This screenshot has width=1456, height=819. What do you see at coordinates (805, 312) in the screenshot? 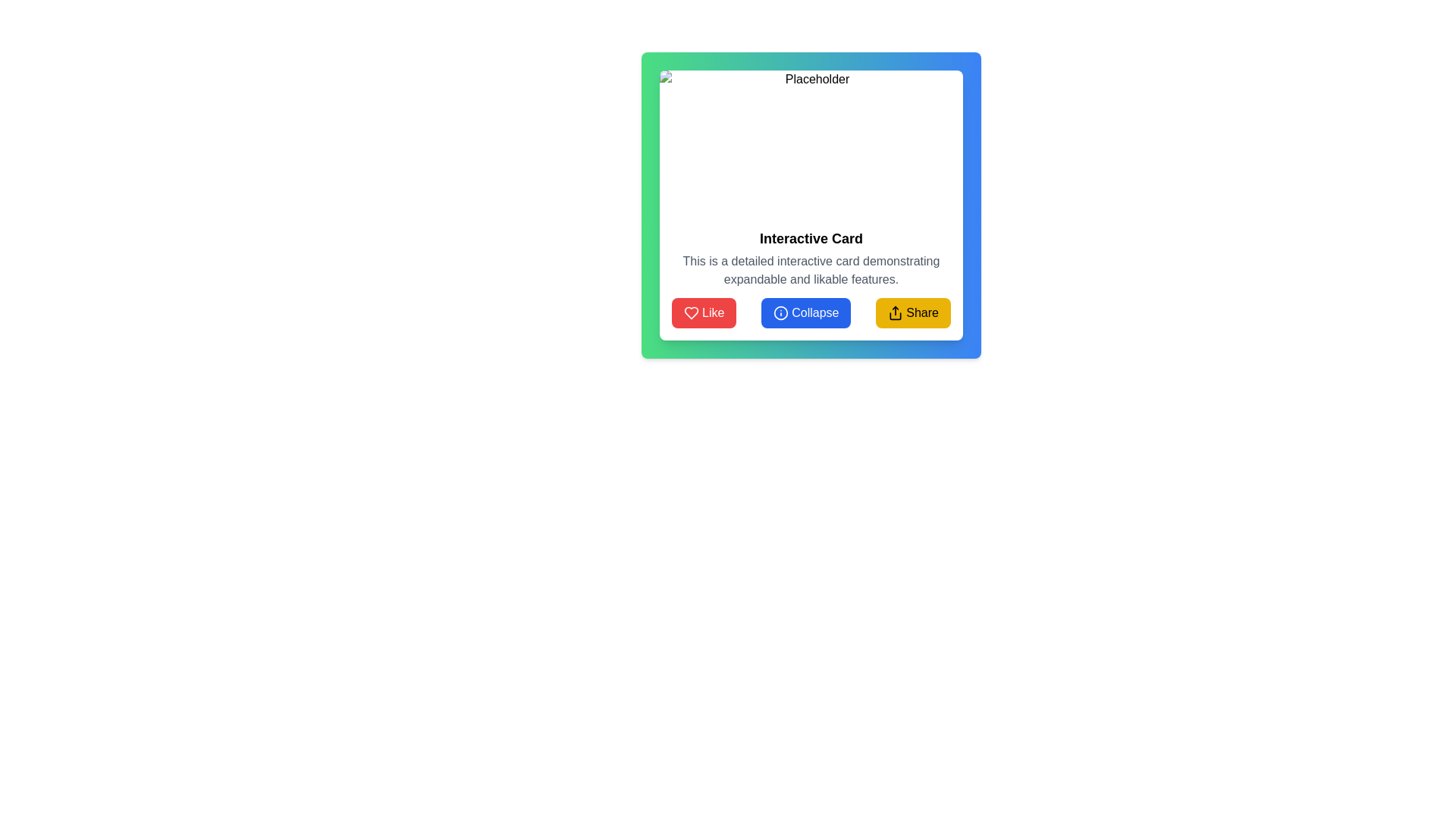
I see `the collapse/minimize button located between the red 'Like' button and the yellow 'Share' button` at bounding box center [805, 312].